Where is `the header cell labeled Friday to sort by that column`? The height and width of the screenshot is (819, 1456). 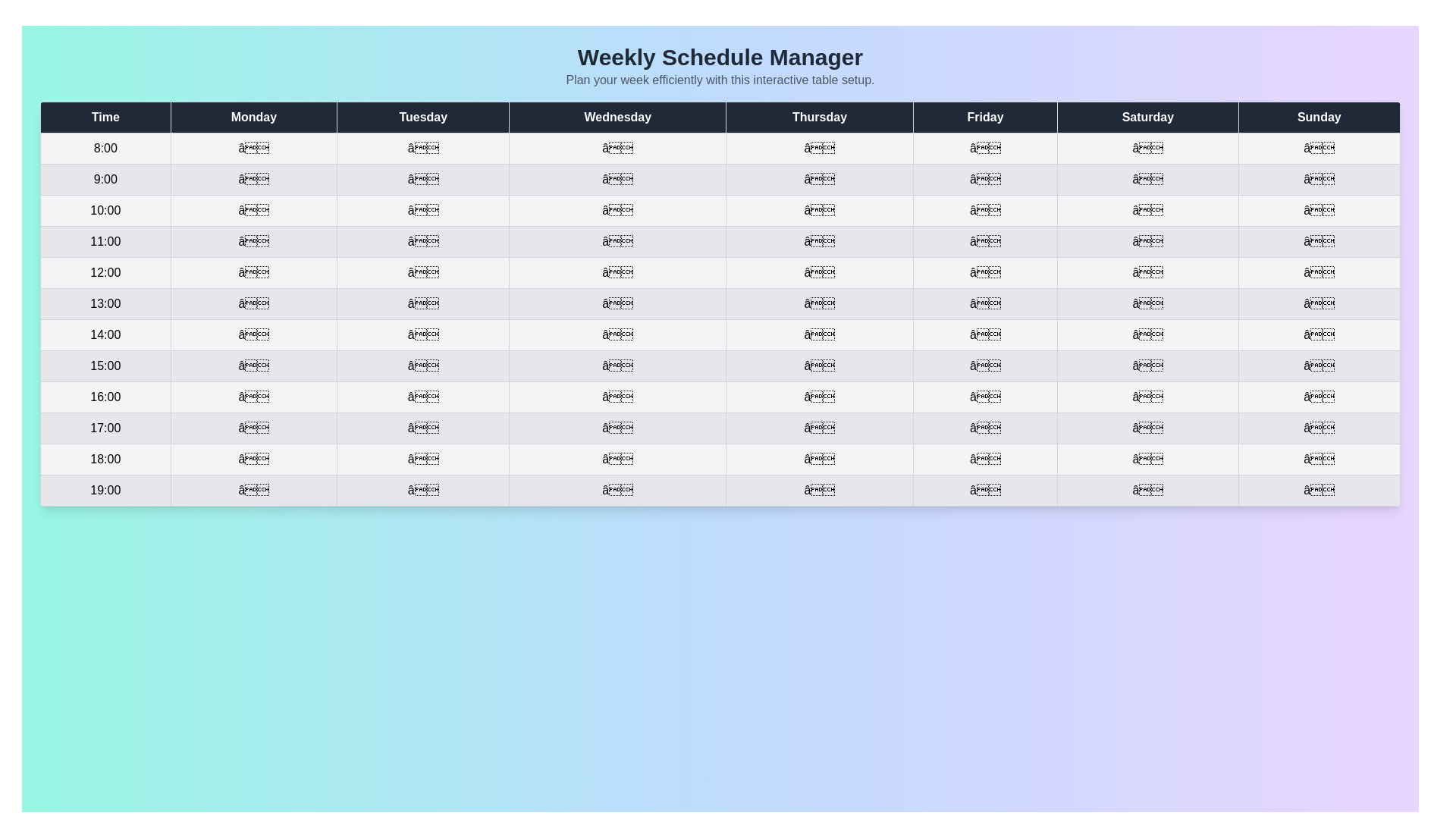 the header cell labeled Friday to sort by that column is located at coordinates (986, 116).